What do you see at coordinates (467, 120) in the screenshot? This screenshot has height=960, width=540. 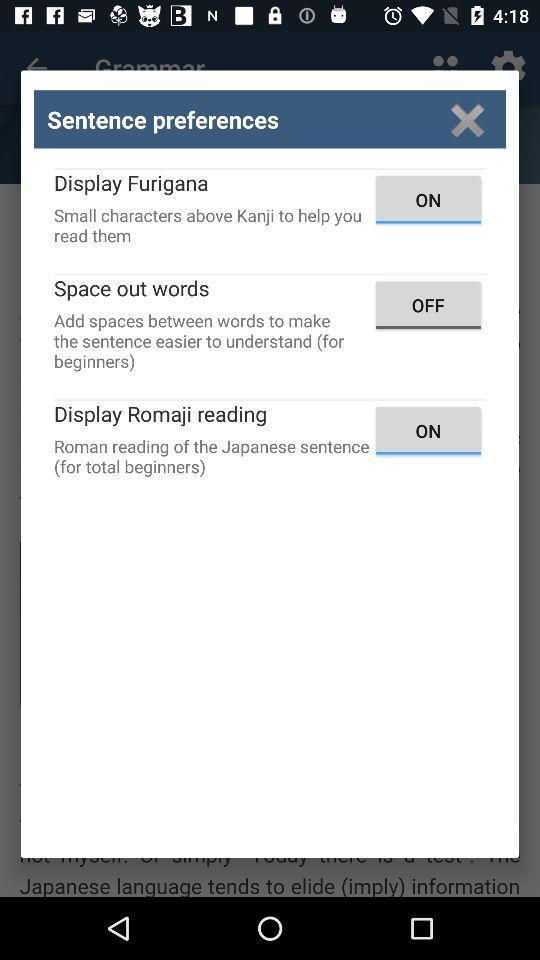 I see `window` at bounding box center [467, 120].